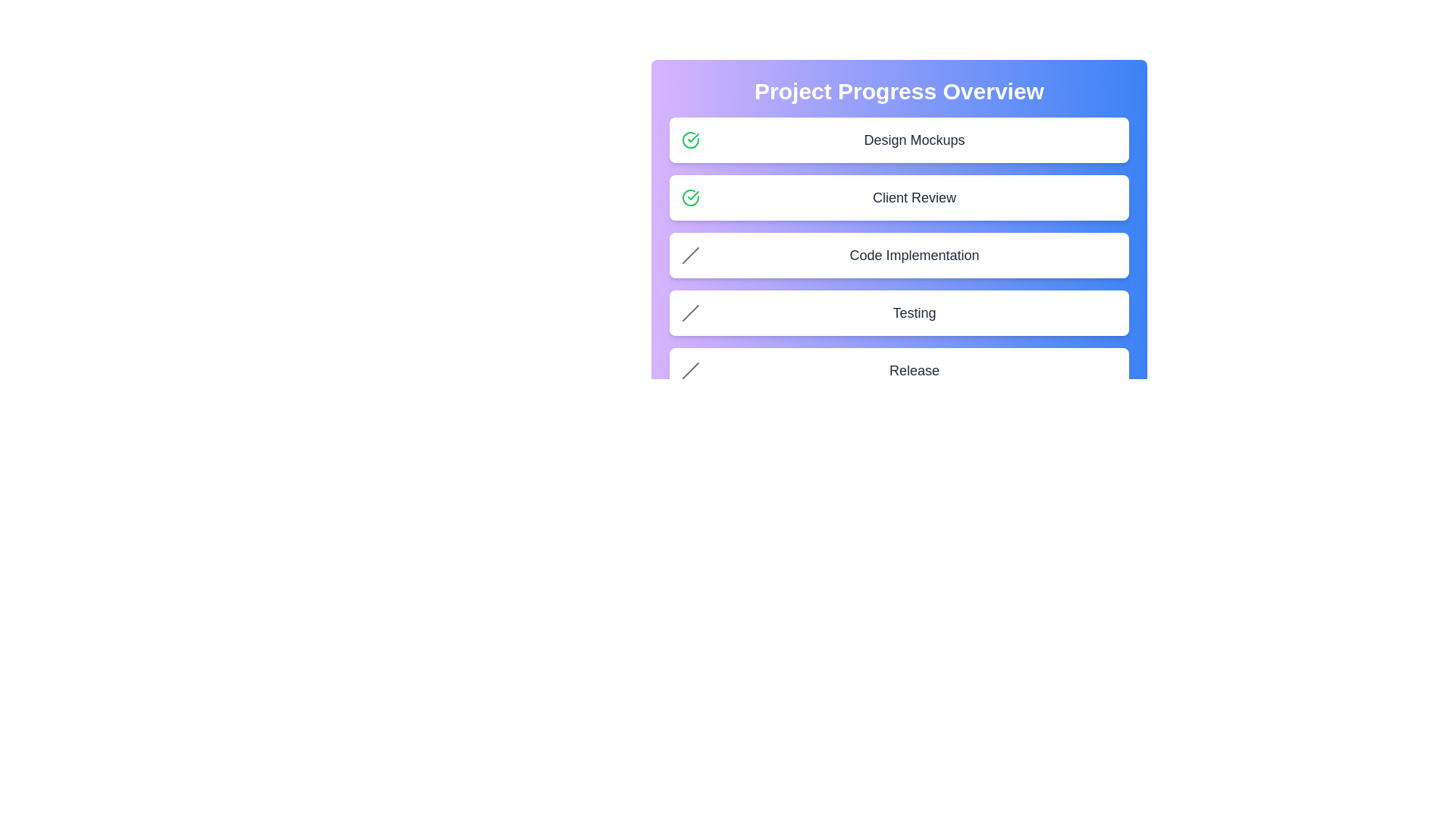 The image size is (1456, 819). What do you see at coordinates (899, 254) in the screenshot?
I see `the third item in the vertically-stacked list of panels labeled 'Code Implementation'` at bounding box center [899, 254].